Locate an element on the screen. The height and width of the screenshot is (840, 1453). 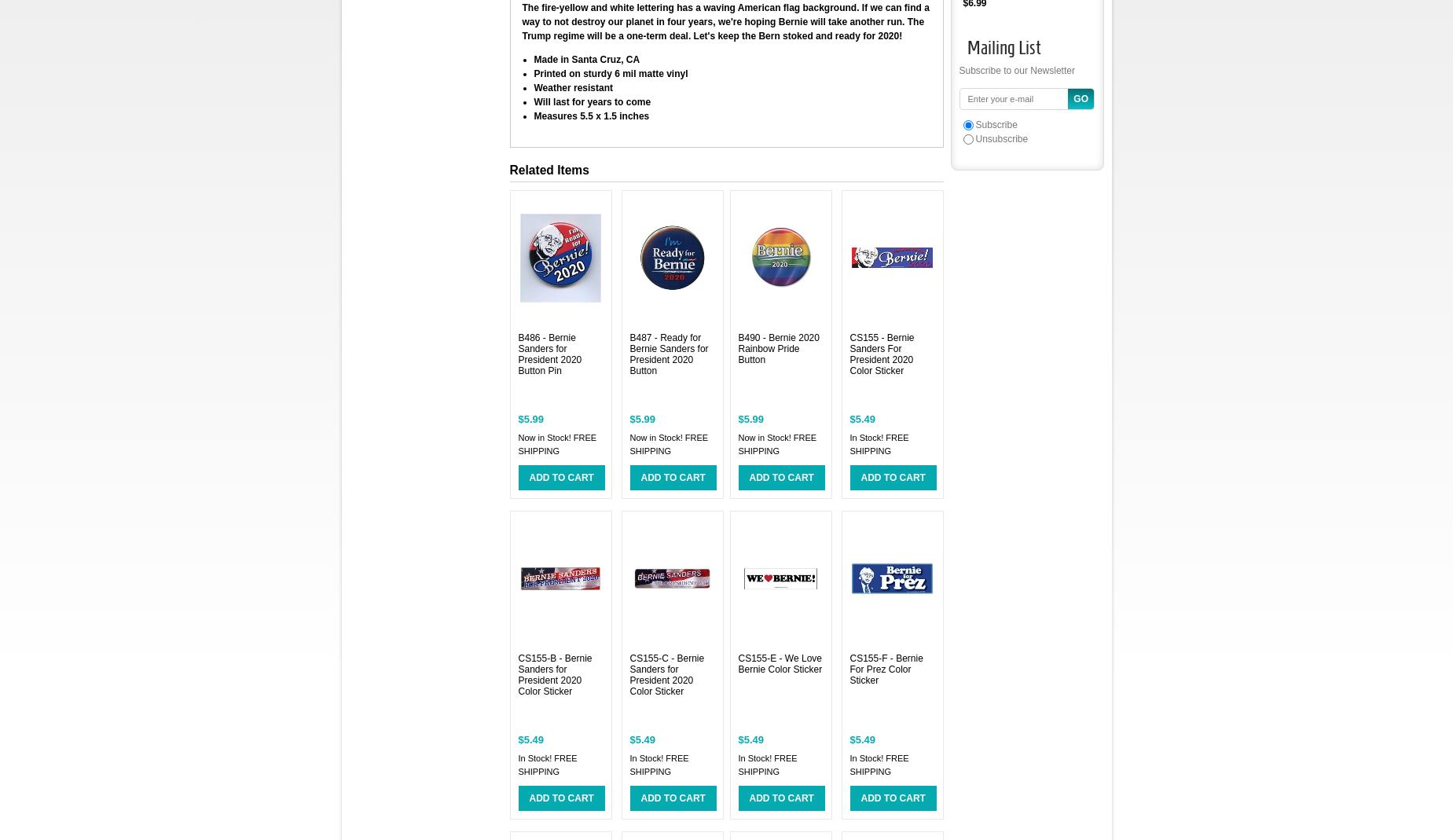
'B487 - Ready for Bernie Sanders for President 2020 Button' is located at coordinates (667, 354).